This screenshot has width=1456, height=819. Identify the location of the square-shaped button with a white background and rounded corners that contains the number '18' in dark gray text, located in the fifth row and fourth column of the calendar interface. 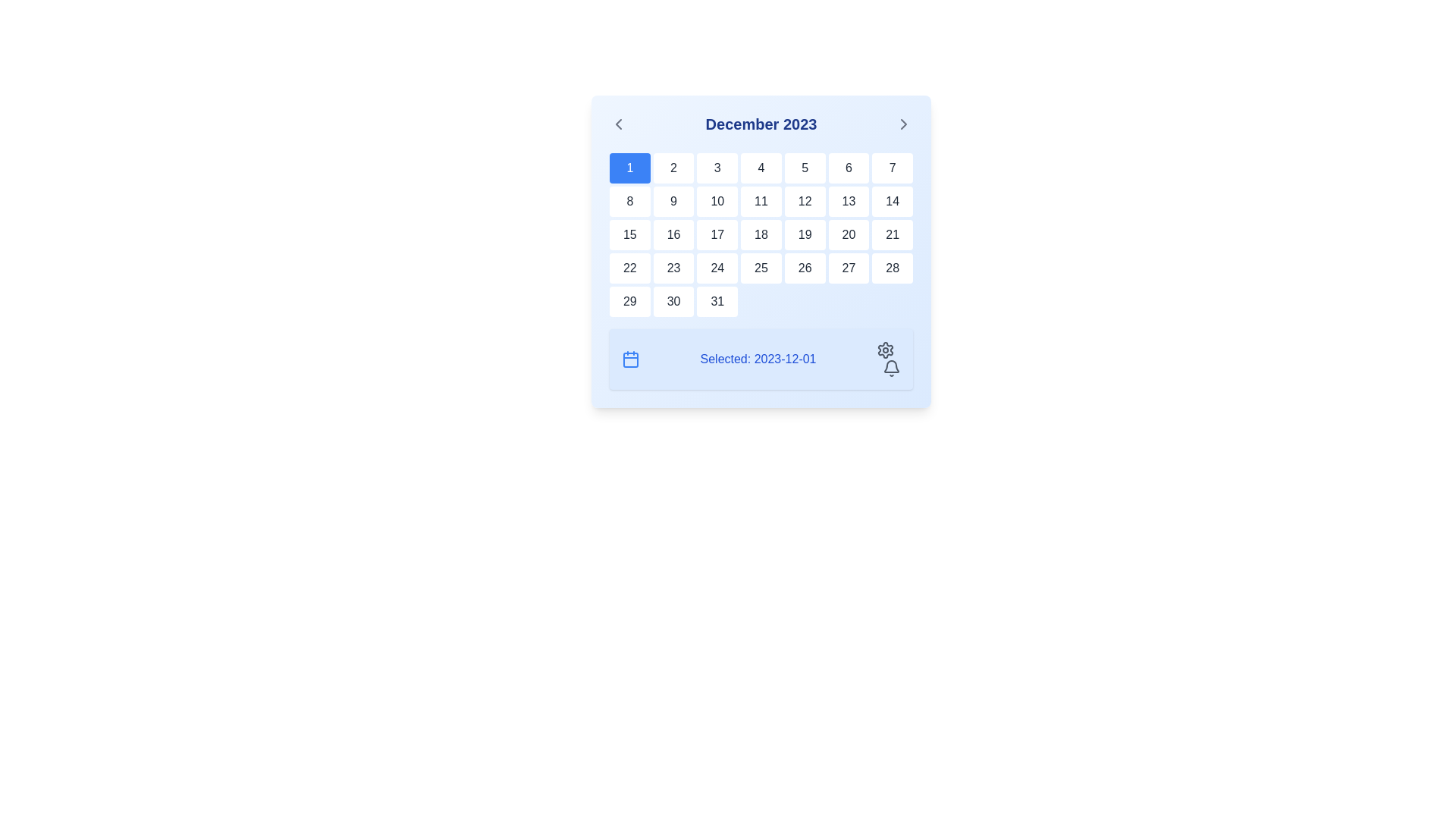
(761, 234).